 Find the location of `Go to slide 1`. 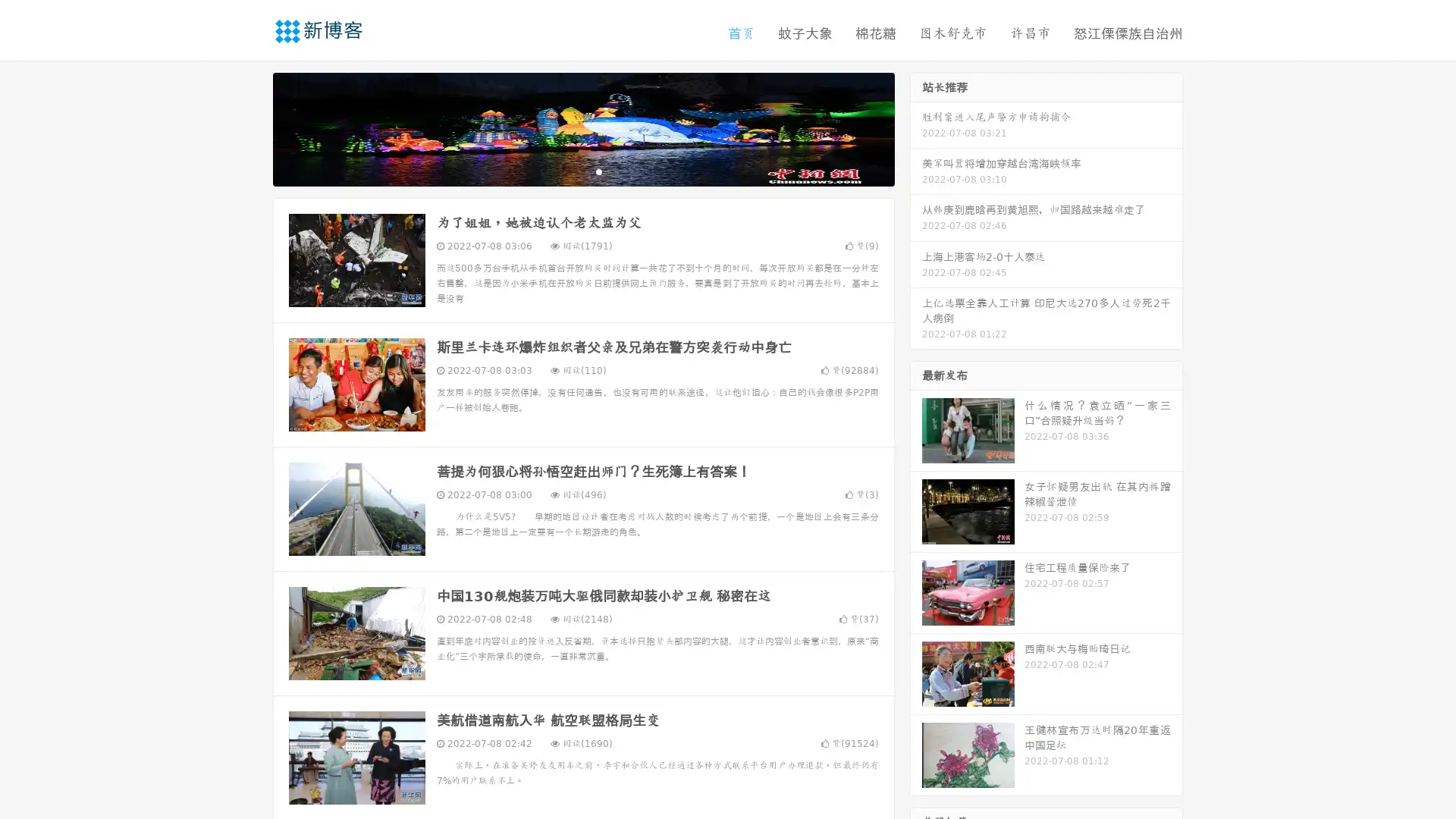

Go to slide 1 is located at coordinates (567, 171).